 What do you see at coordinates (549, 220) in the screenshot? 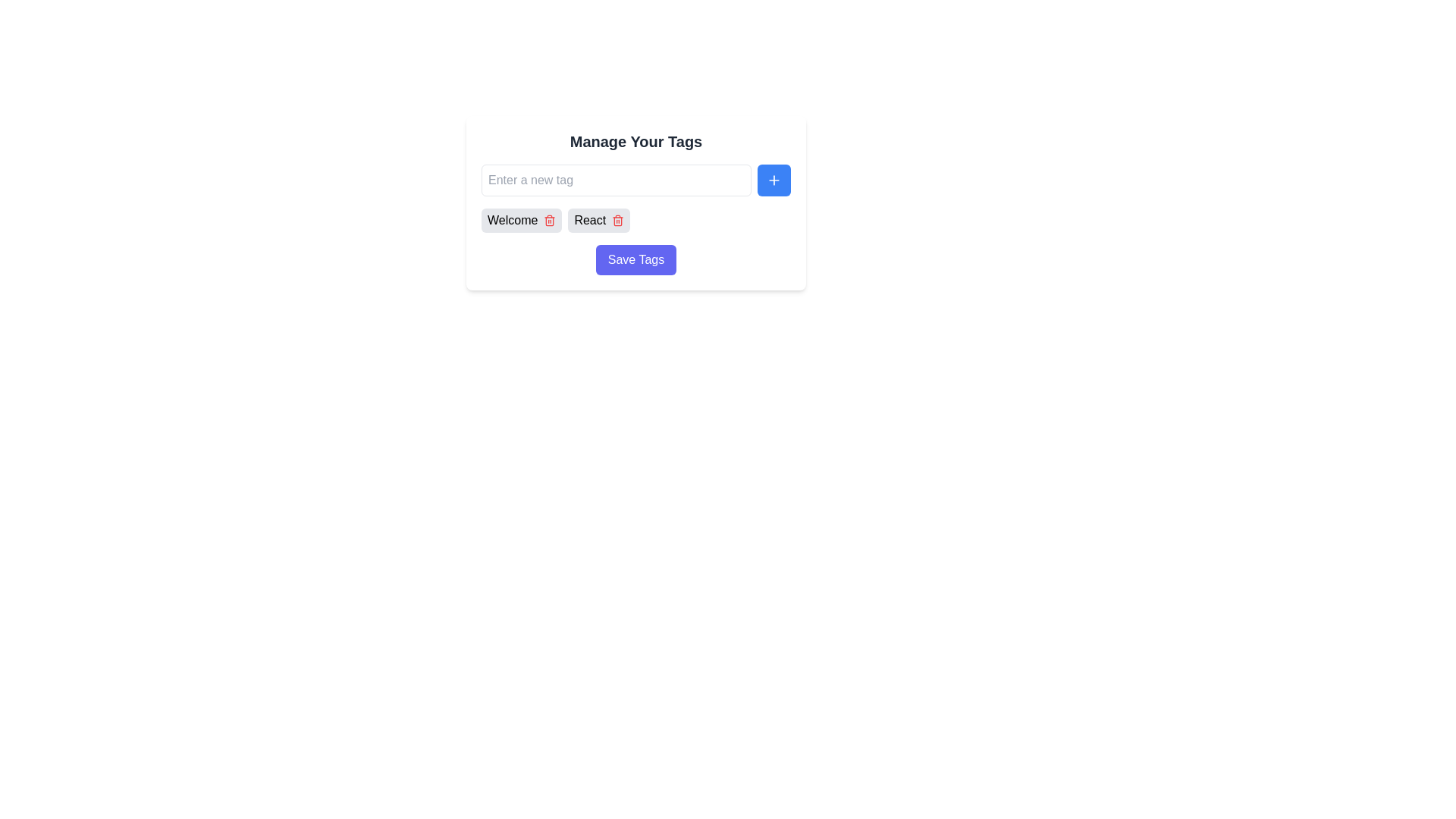
I see `the red trash icon representing the delete function, located to the right of the 'Welcome' text` at bounding box center [549, 220].